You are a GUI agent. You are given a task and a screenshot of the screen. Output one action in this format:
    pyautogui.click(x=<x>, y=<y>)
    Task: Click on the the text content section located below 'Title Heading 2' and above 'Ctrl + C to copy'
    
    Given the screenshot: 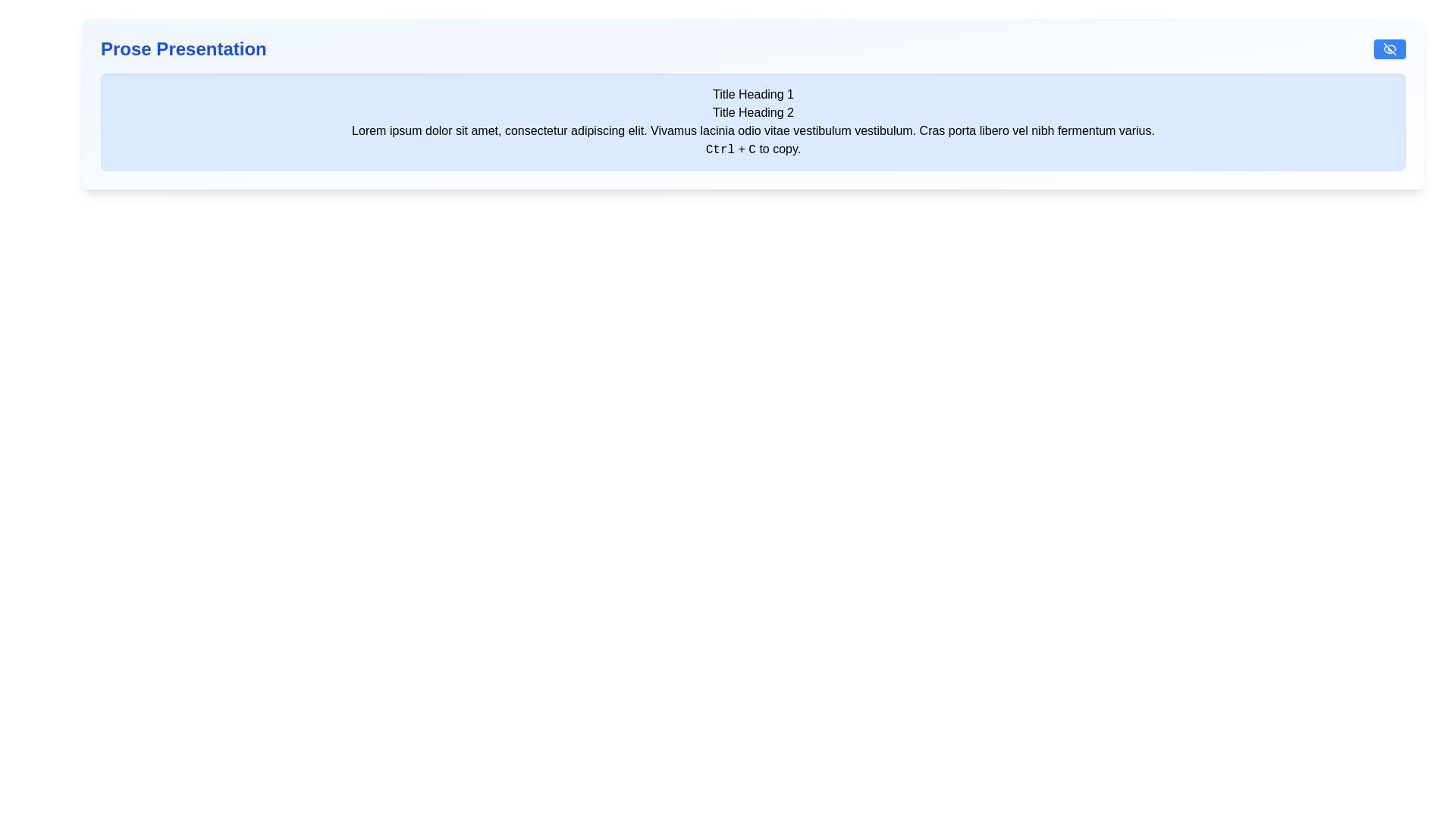 What is the action you would take?
    pyautogui.click(x=753, y=130)
    